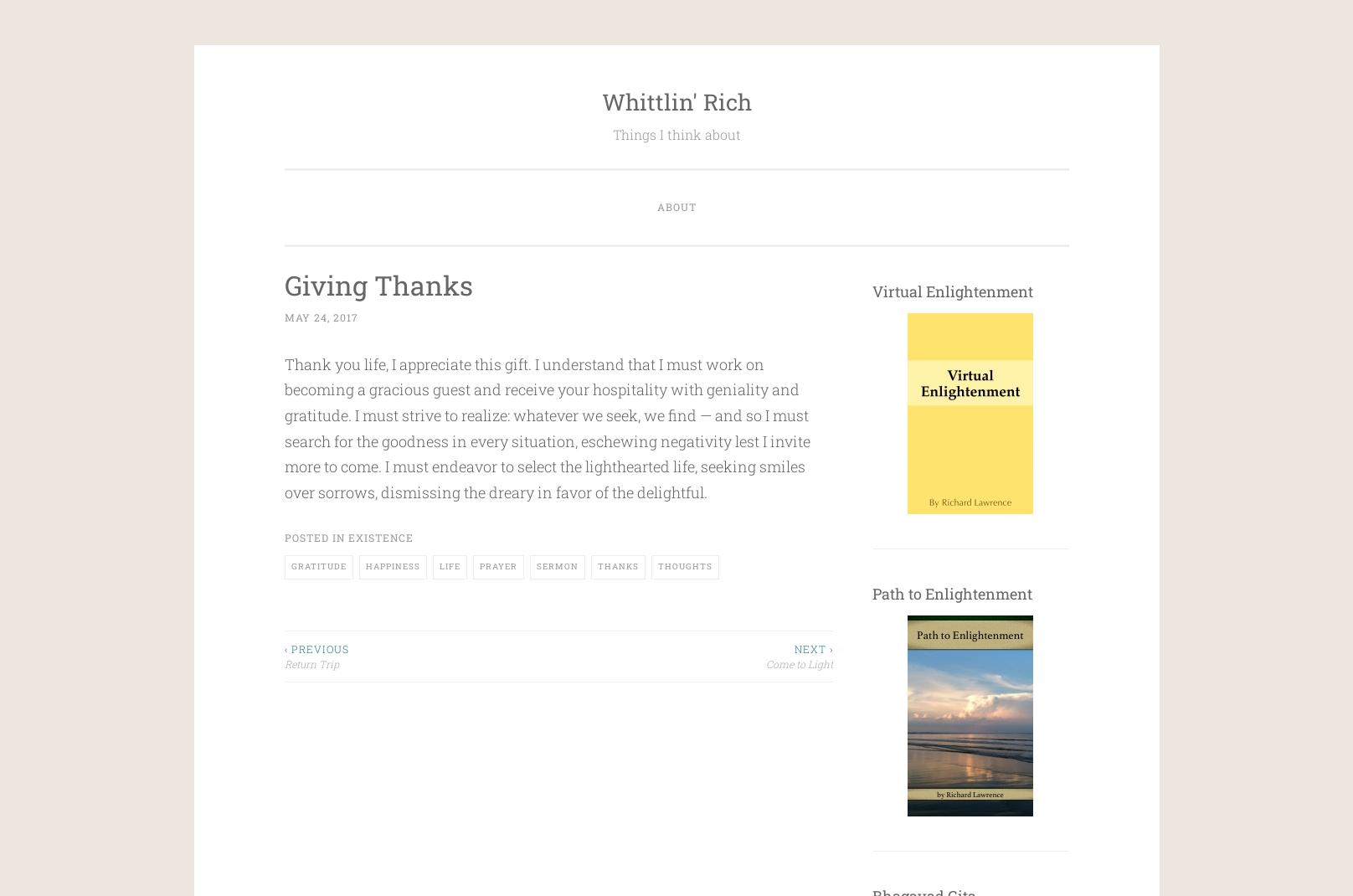 This screenshot has height=896, width=1353. What do you see at coordinates (675, 134) in the screenshot?
I see `'Things I think about'` at bounding box center [675, 134].